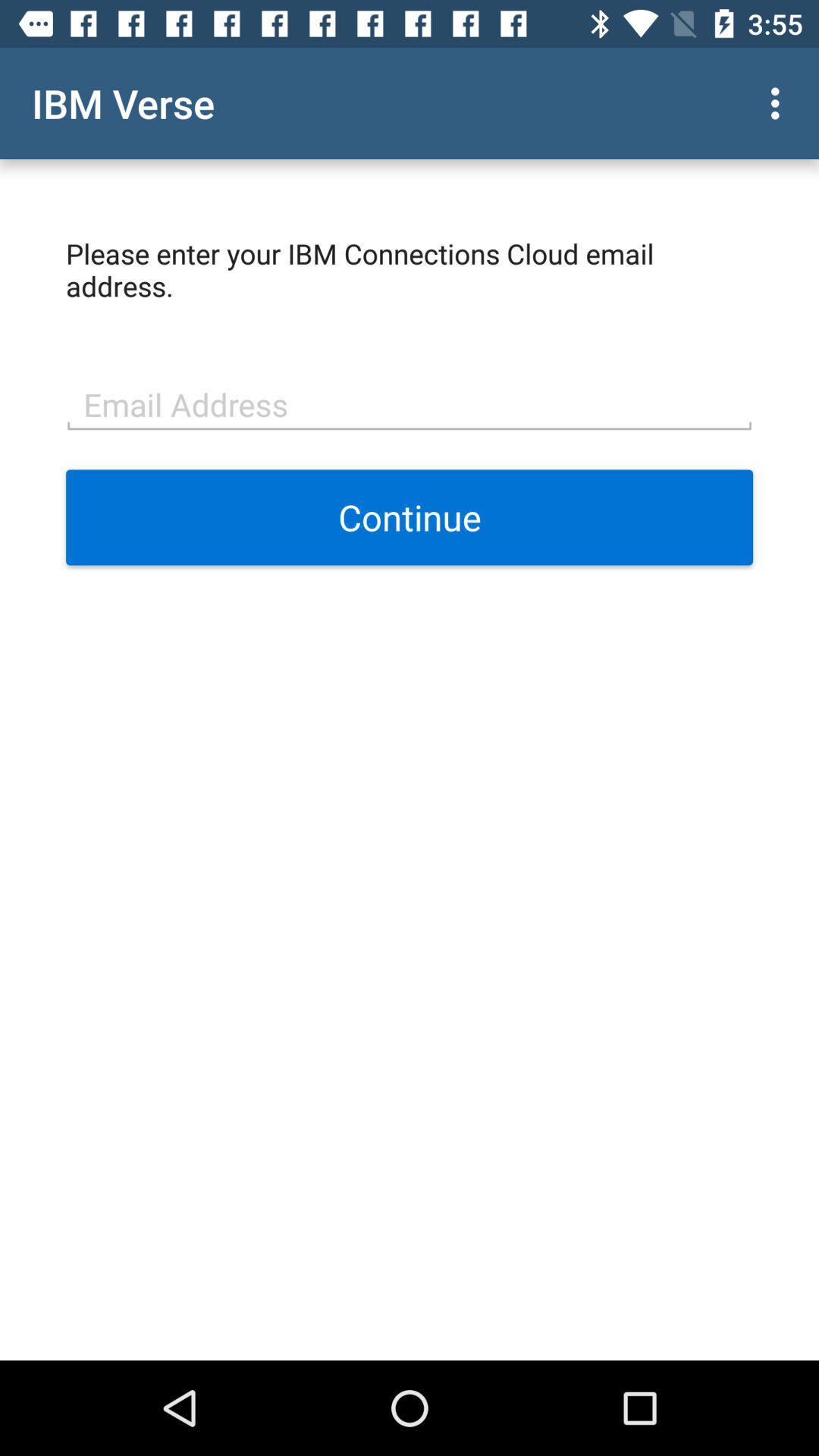 The height and width of the screenshot is (1456, 819). What do you see at coordinates (409, 517) in the screenshot?
I see `the continue` at bounding box center [409, 517].